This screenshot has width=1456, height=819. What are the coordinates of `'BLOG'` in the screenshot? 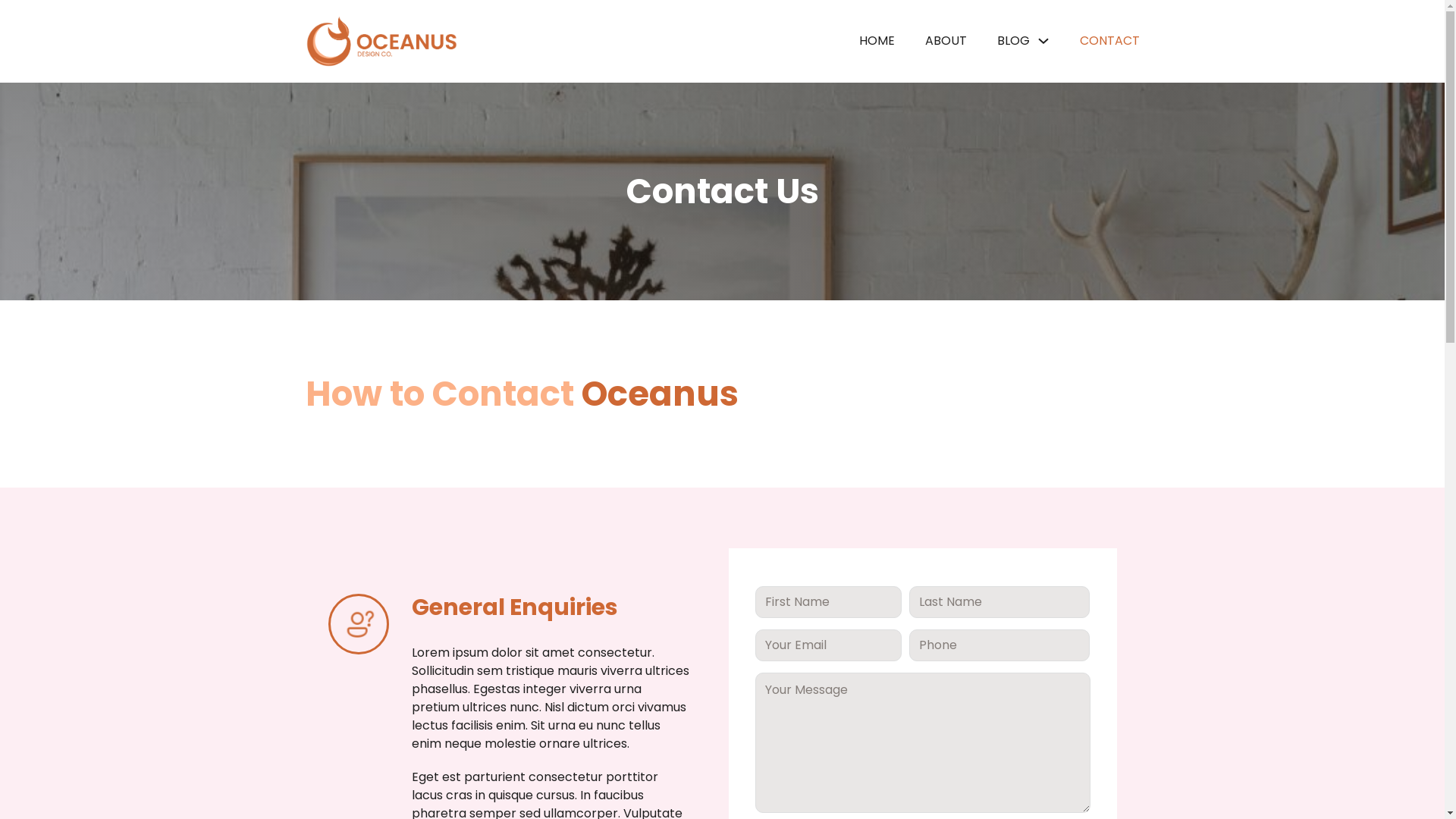 It's located at (1012, 40).